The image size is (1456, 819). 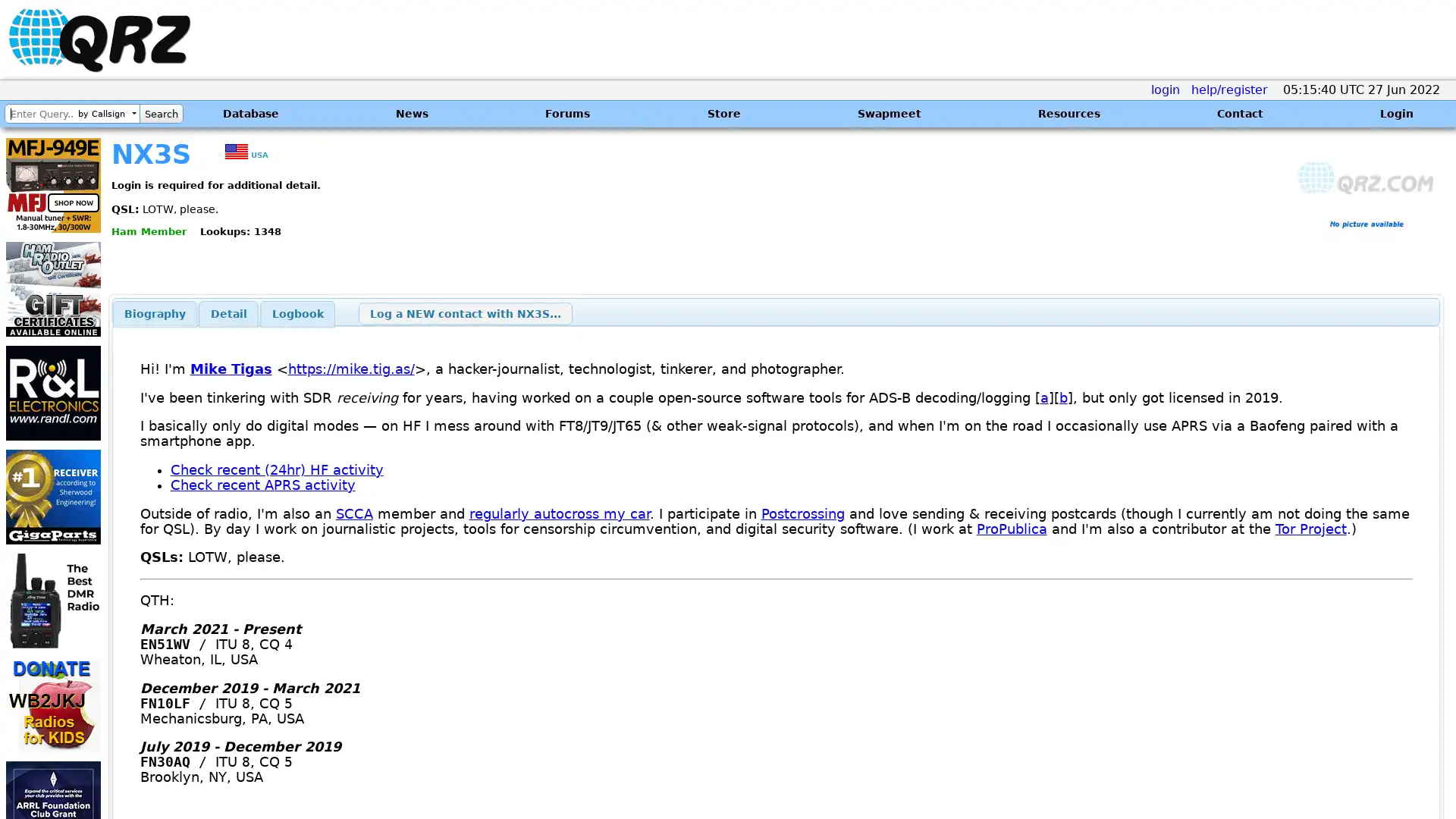 I want to click on Search, so click(x=161, y=113).